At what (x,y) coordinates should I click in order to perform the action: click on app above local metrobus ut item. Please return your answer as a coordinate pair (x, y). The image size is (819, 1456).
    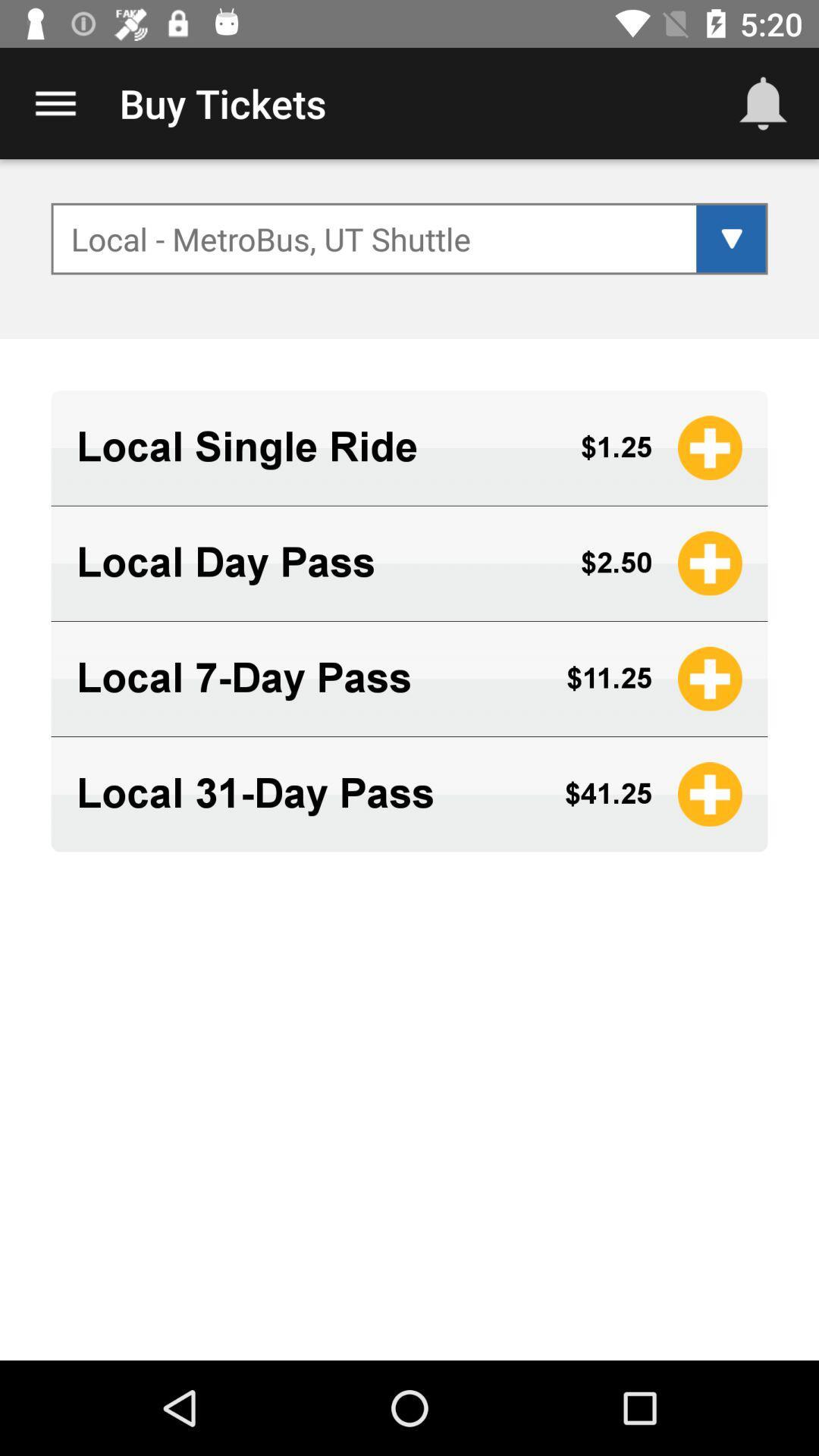
    Looking at the image, I should click on (55, 102).